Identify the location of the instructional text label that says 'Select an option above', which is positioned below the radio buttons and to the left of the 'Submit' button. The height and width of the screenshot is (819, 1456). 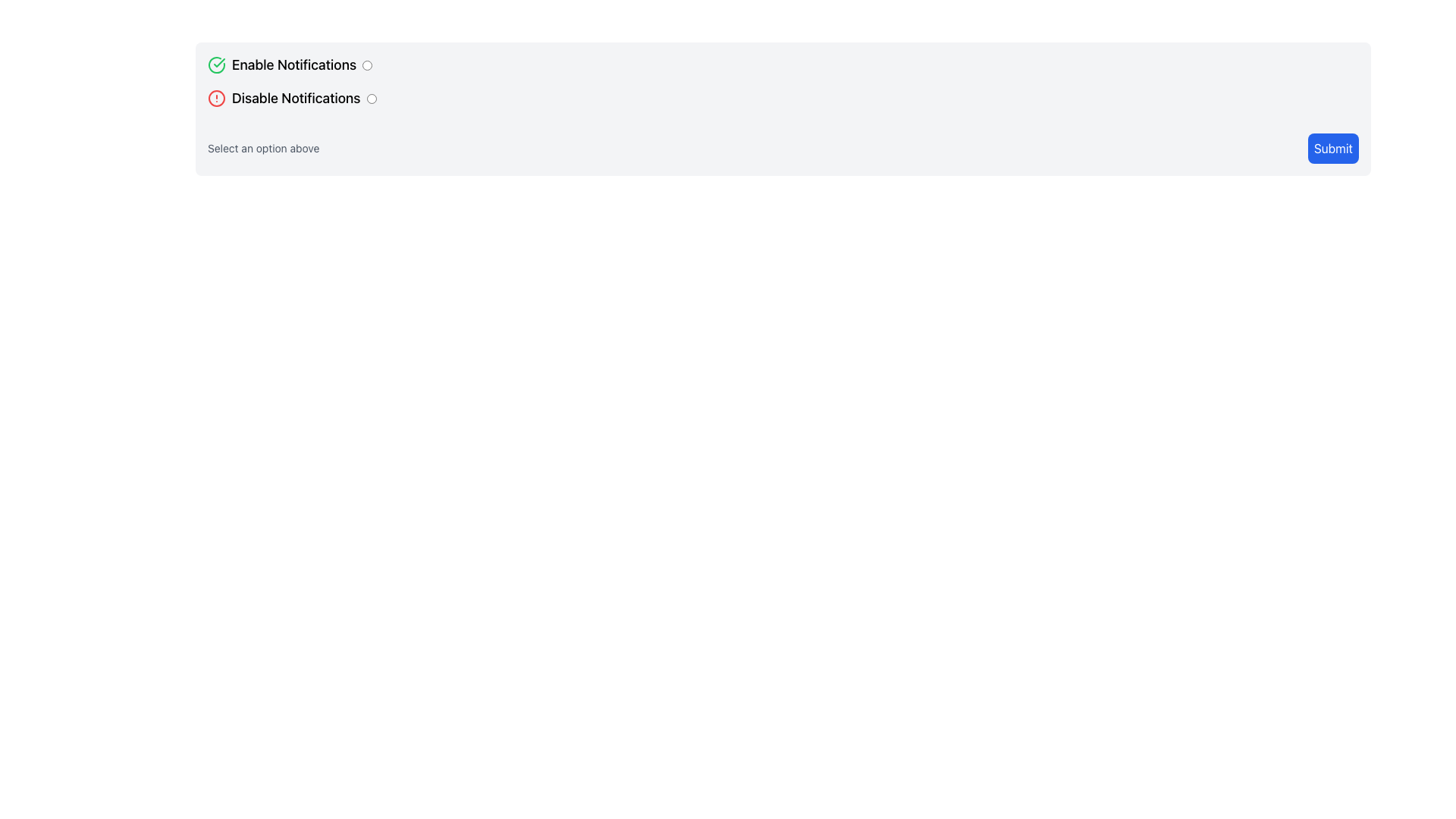
(263, 149).